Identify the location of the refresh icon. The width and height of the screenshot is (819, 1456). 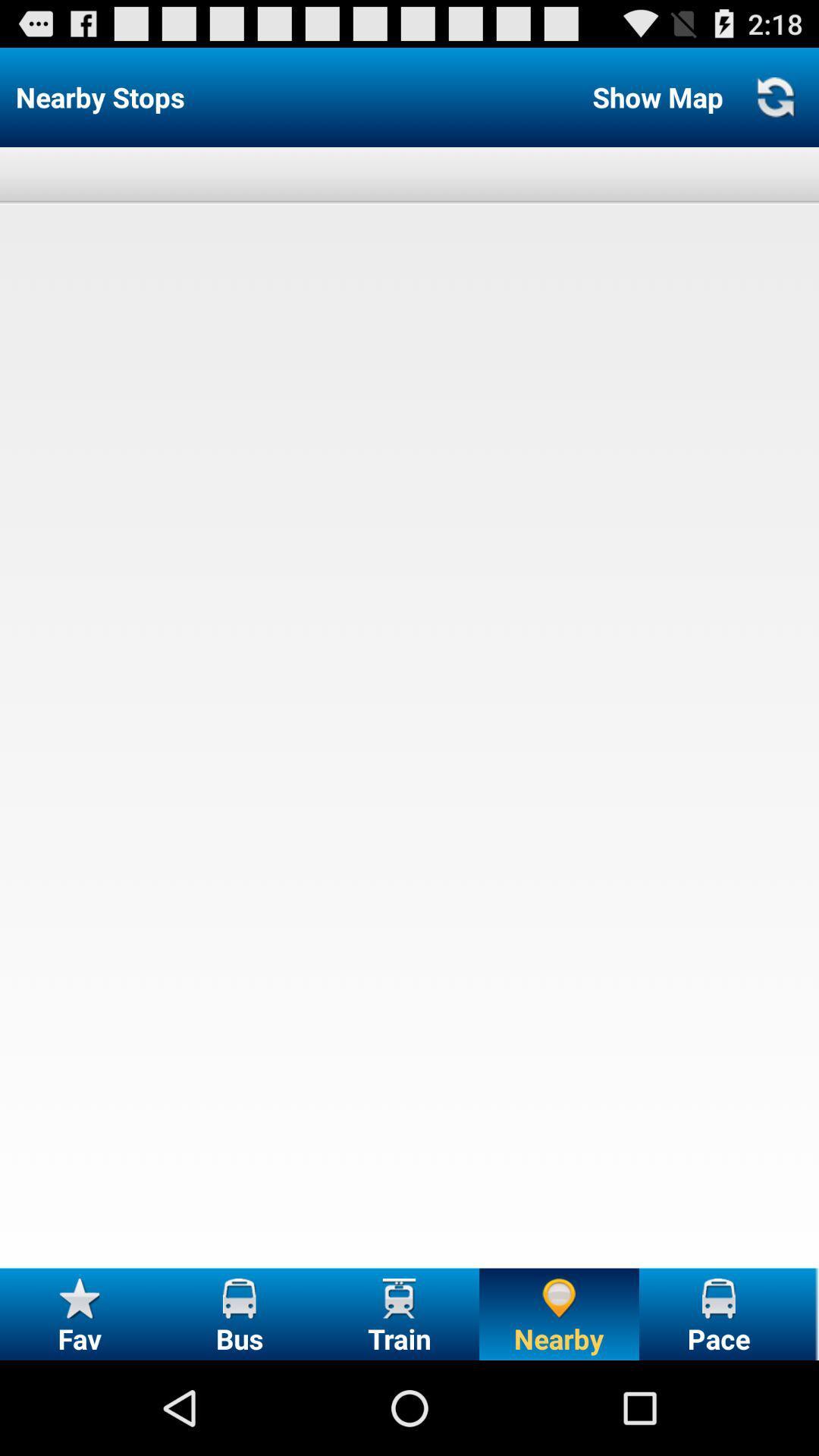
(775, 103).